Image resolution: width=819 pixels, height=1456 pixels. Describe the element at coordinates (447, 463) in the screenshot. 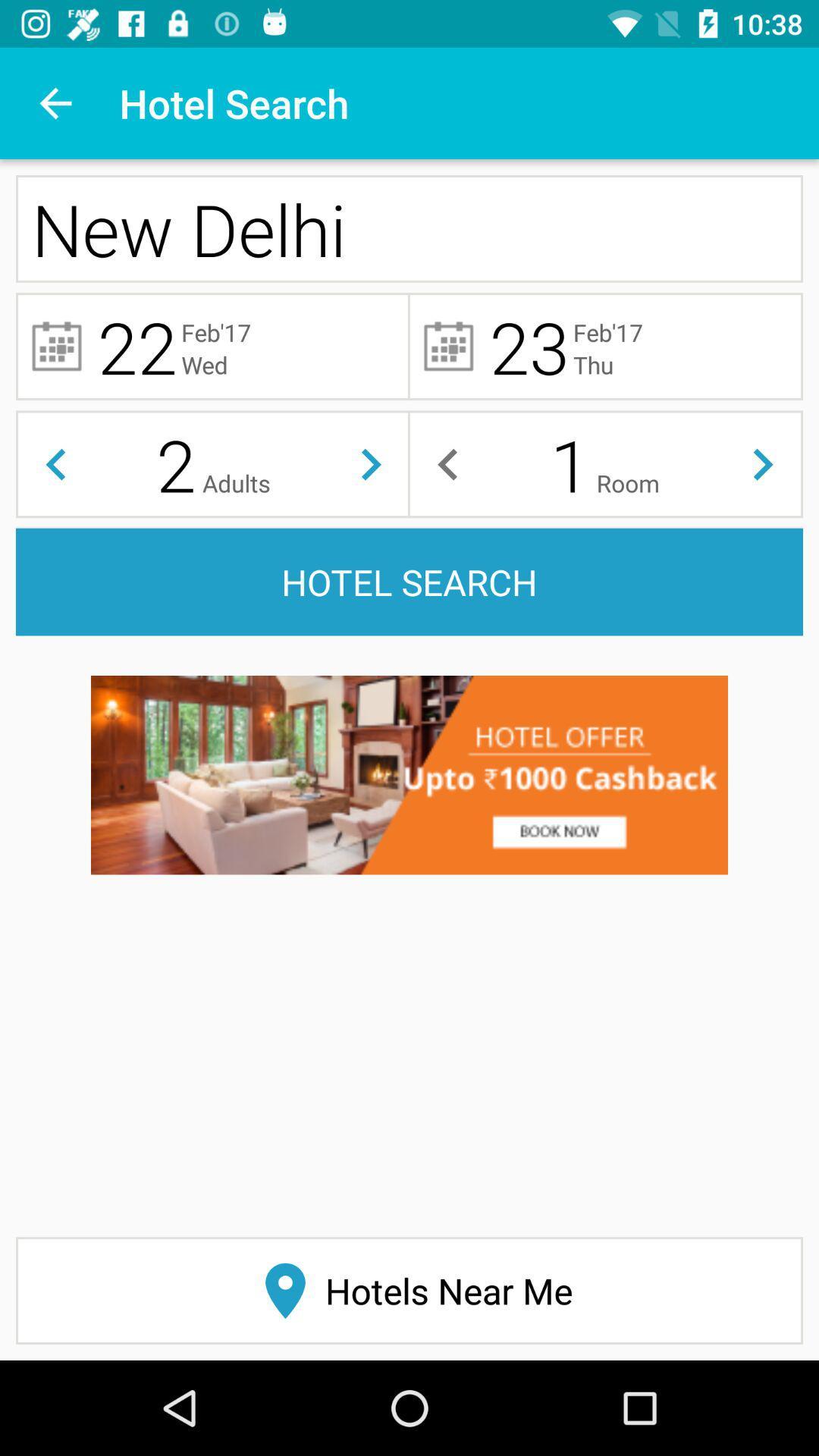

I see `the arrow_backward icon` at that location.